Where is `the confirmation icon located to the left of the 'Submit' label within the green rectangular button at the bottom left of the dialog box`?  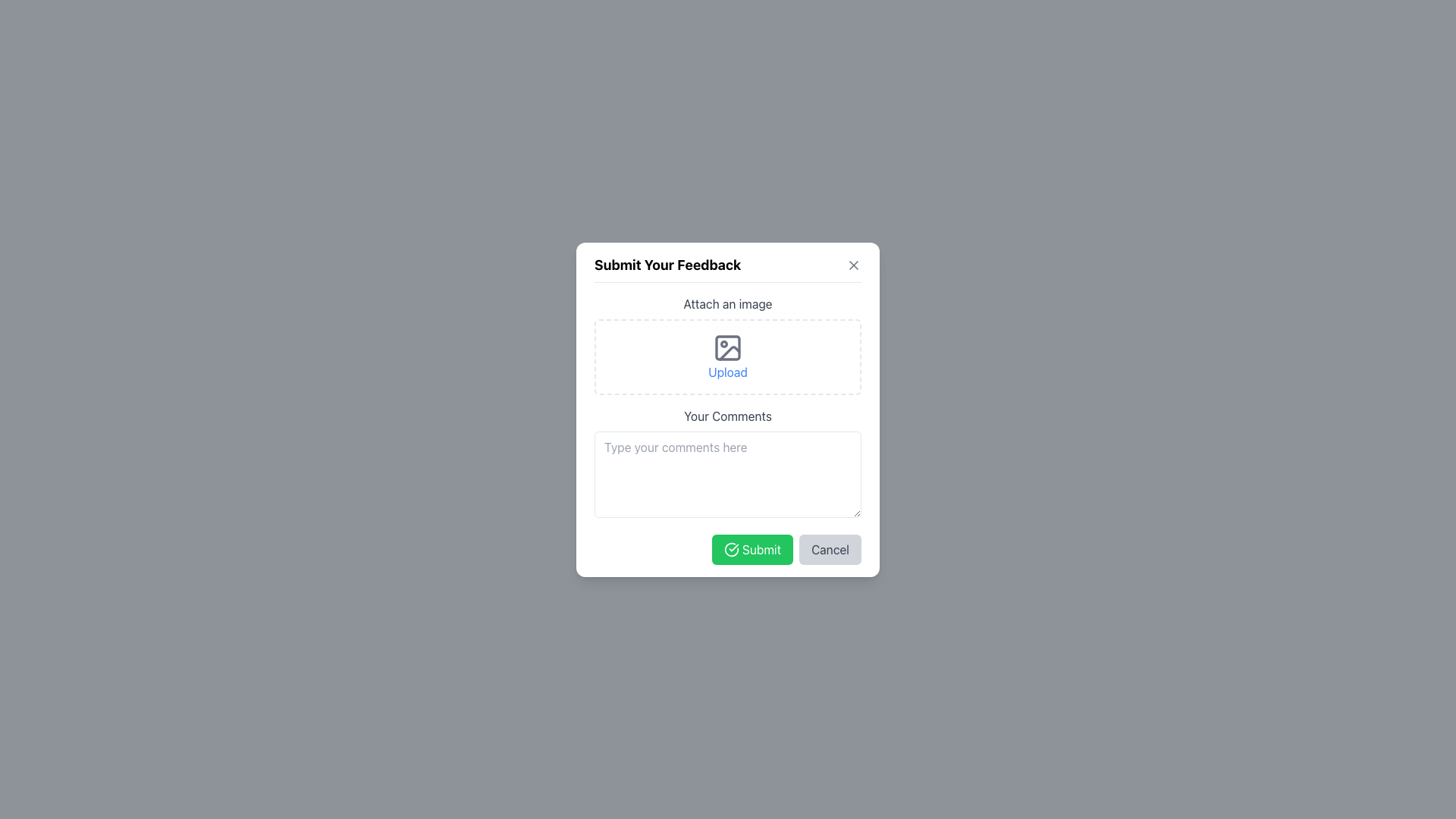
the confirmation icon located to the left of the 'Submit' label within the green rectangular button at the bottom left of the dialog box is located at coordinates (731, 549).